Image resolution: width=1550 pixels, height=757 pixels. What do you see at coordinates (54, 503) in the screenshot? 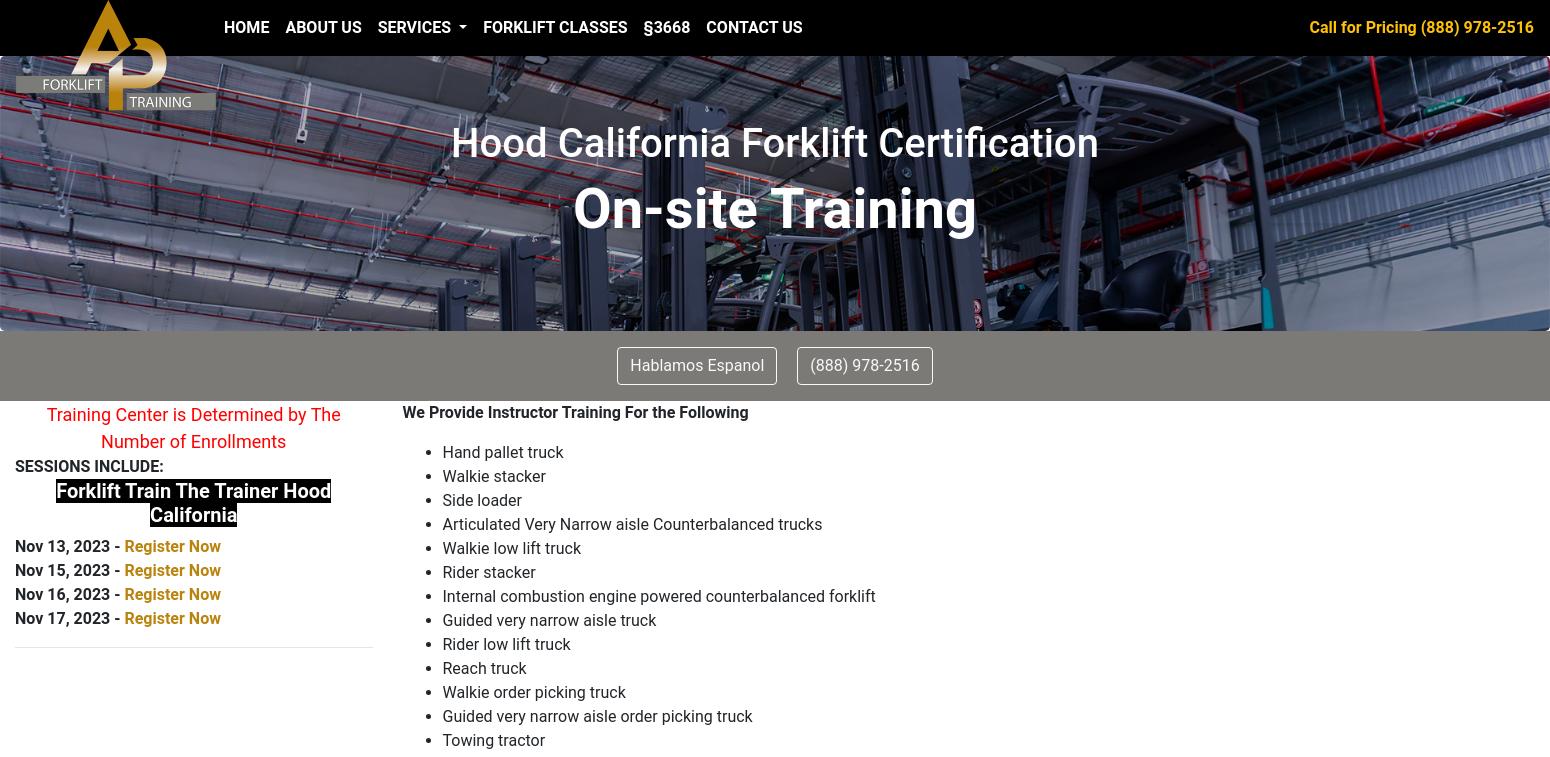
I see `'Forklift Train The Trainer Hood  California'` at bounding box center [54, 503].